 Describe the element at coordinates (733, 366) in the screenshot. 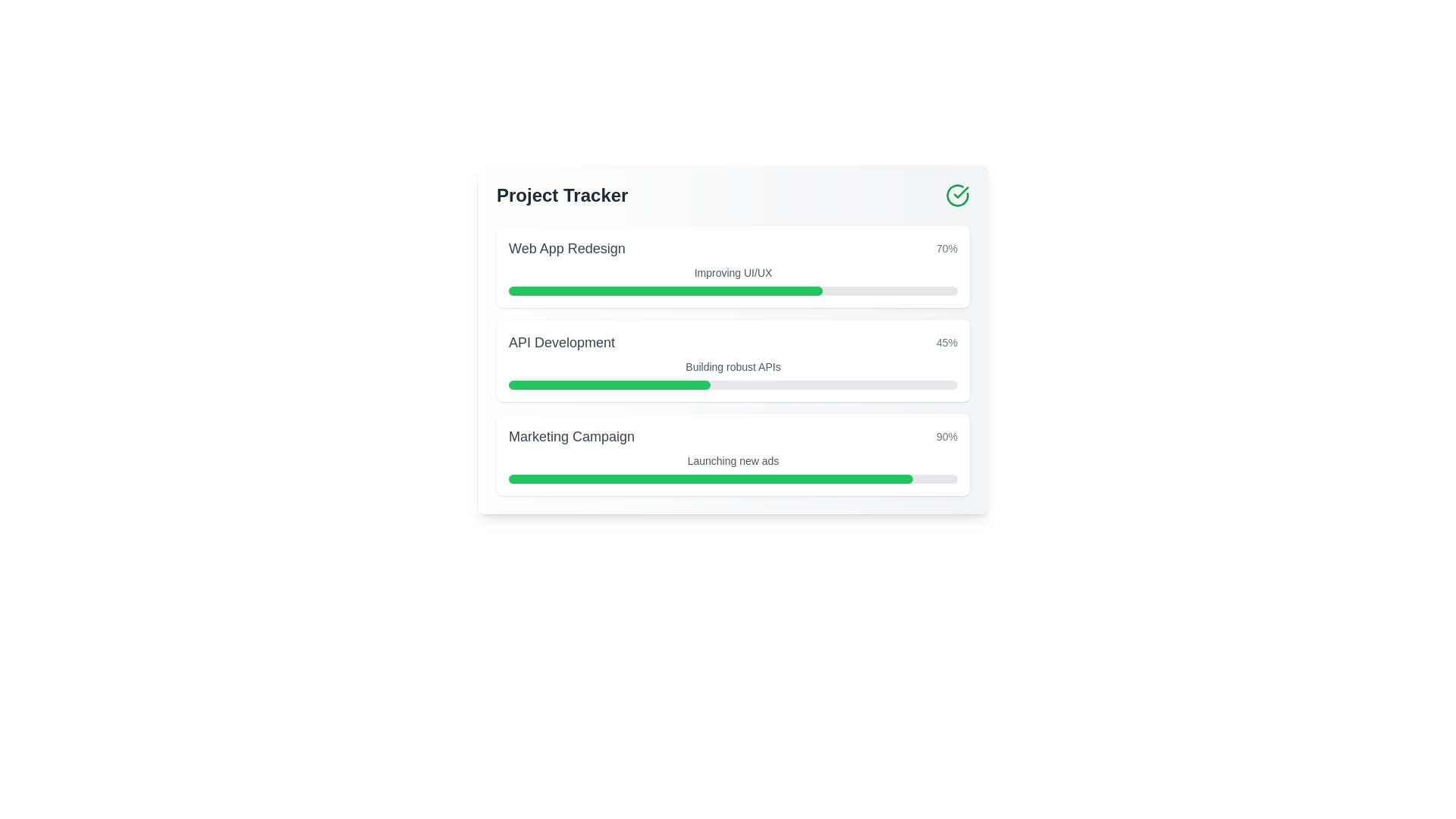

I see `the static text label that provides additional context for the 'API Development' entry in the project tracking section` at that location.